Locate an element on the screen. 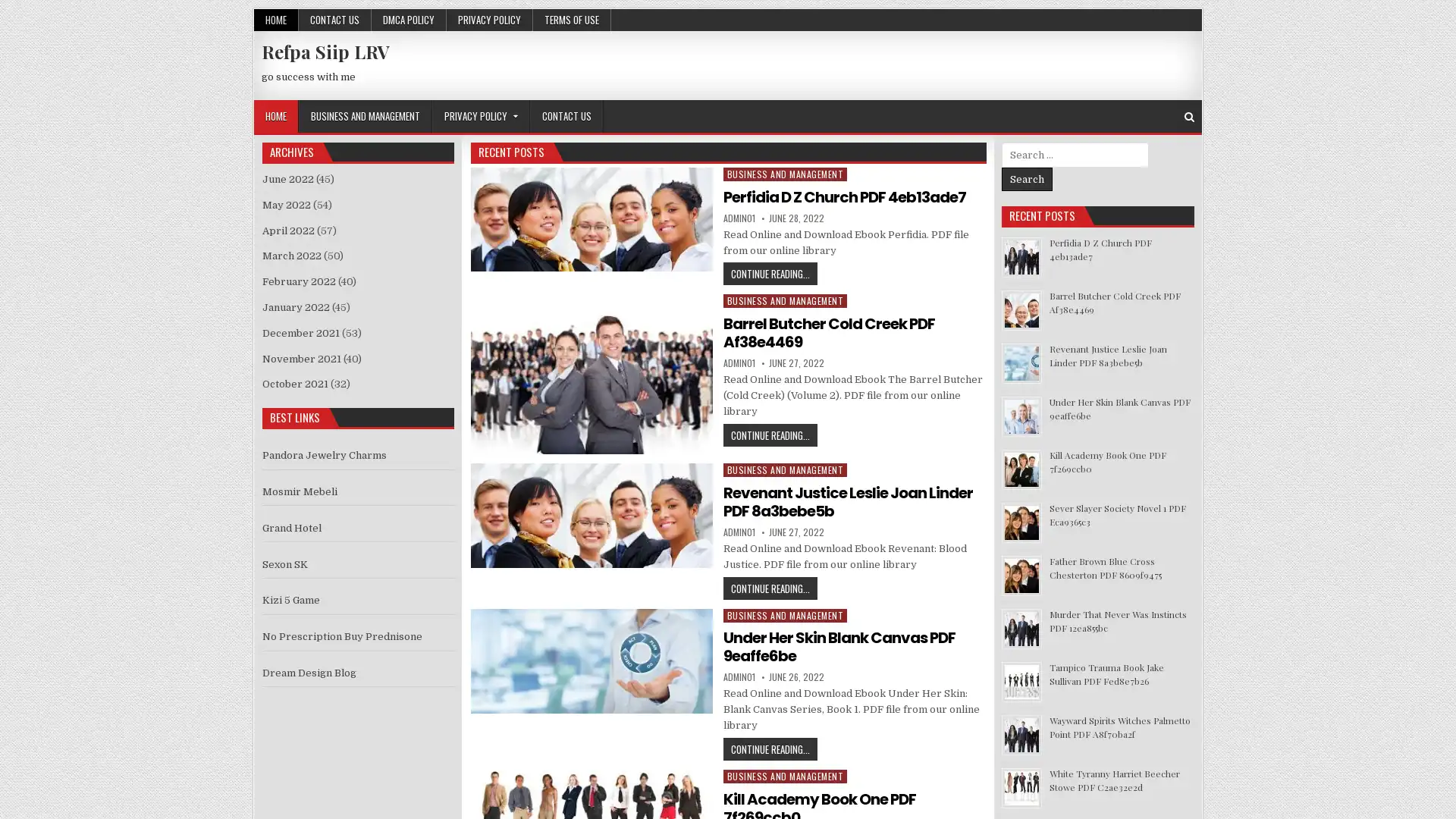  Search is located at coordinates (1027, 178).